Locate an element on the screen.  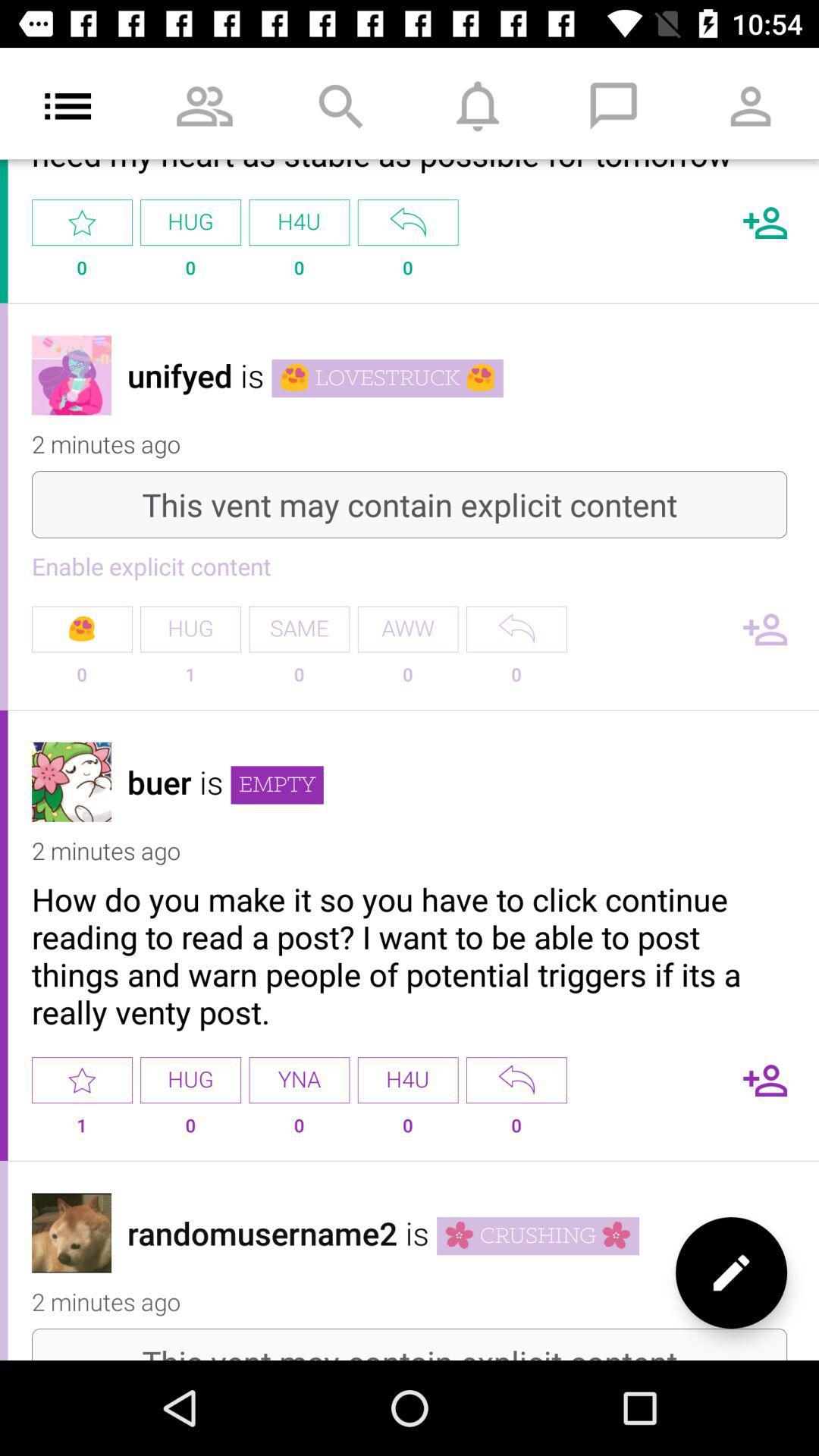
the icon next to the aww icon is located at coordinates (299, 629).